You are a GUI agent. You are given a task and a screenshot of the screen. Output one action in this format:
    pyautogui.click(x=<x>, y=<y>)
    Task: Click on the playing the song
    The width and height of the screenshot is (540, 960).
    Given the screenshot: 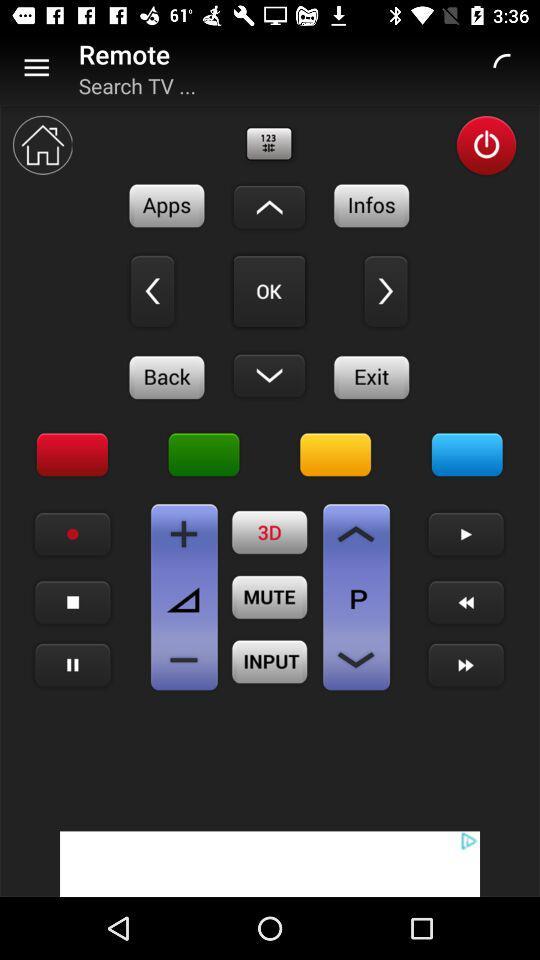 What is the action you would take?
    pyautogui.click(x=72, y=665)
    